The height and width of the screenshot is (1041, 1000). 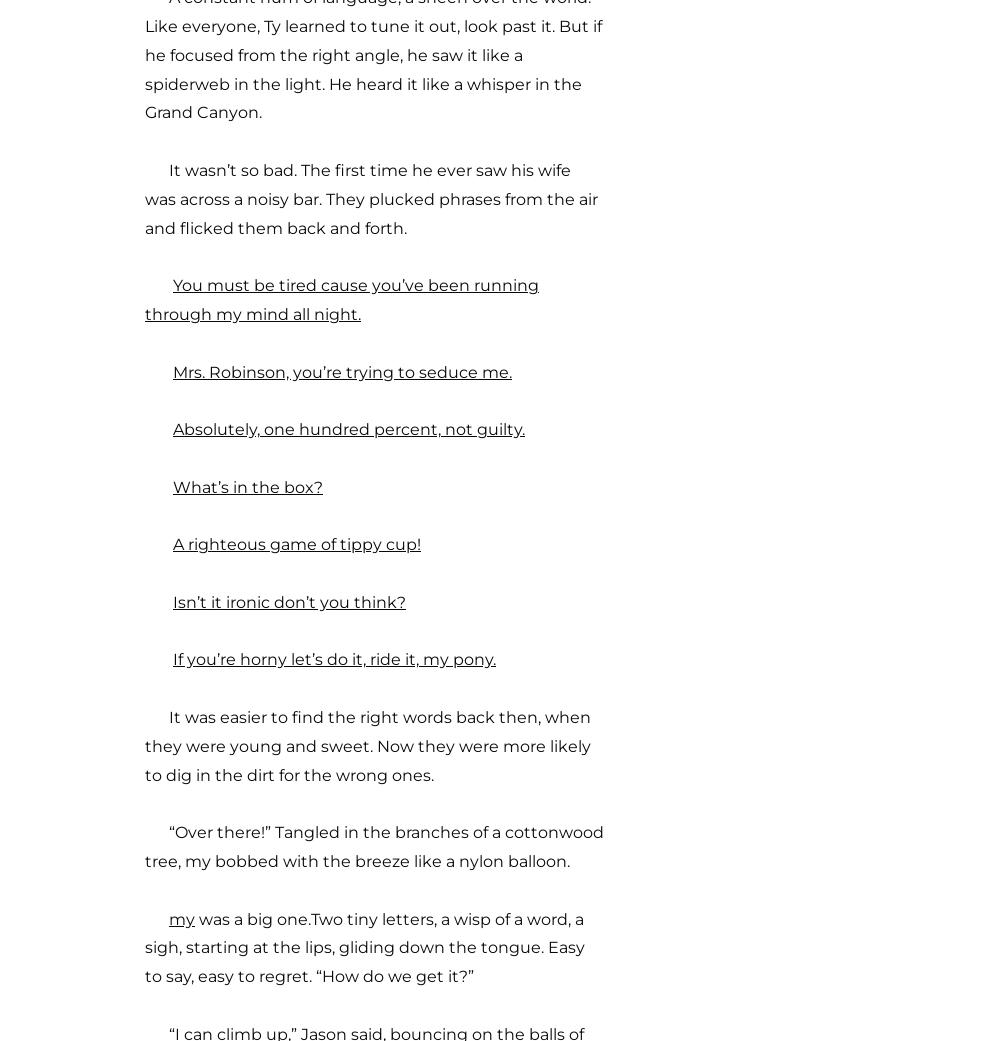 What do you see at coordinates (173, 428) in the screenshot?
I see `'Absolutely, one hundred percent, not guilty.'` at bounding box center [173, 428].